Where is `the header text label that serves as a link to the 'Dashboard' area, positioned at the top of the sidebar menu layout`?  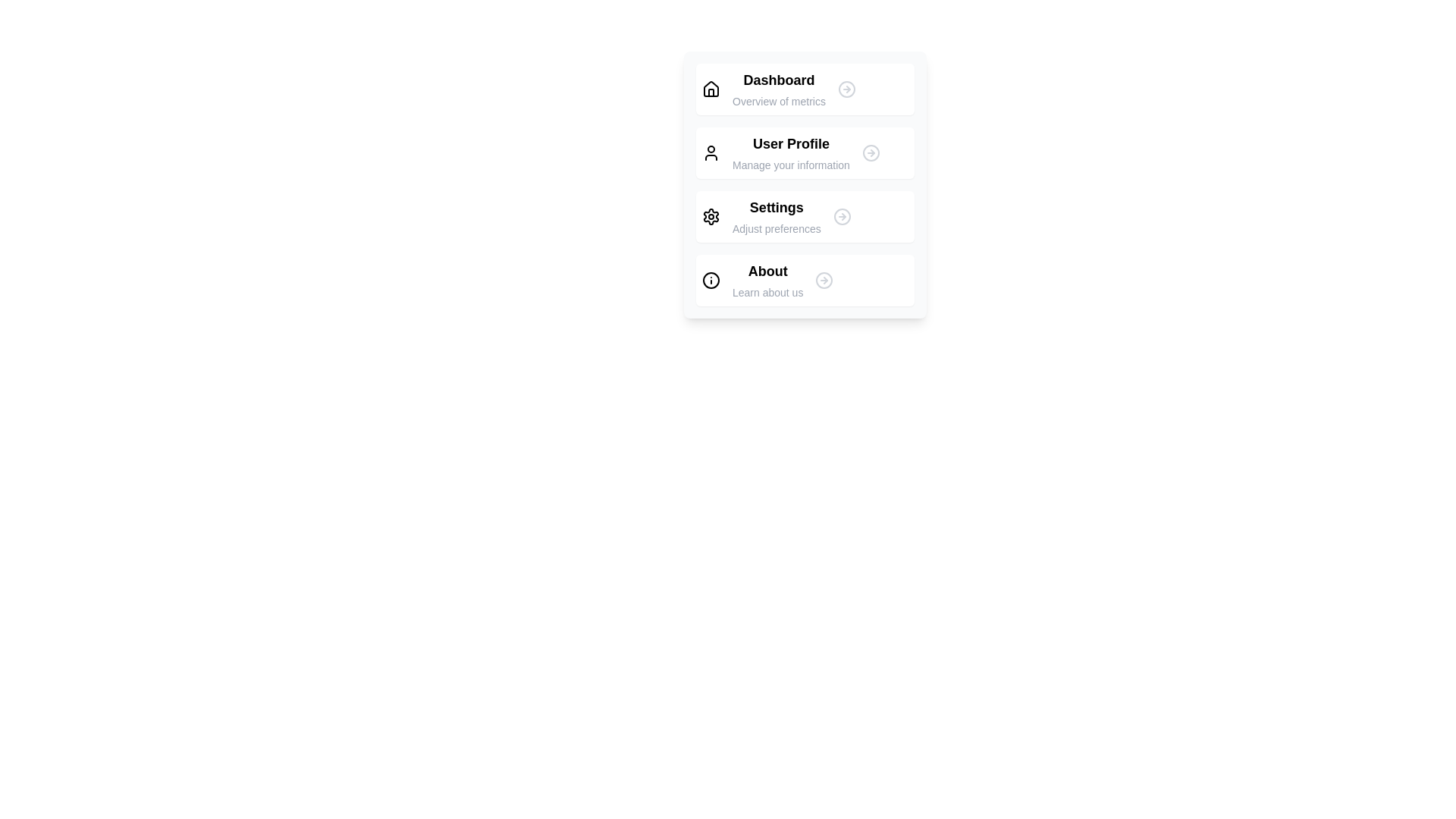 the header text label that serves as a link to the 'Dashboard' area, positioned at the top of the sidebar menu layout is located at coordinates (779, 80).